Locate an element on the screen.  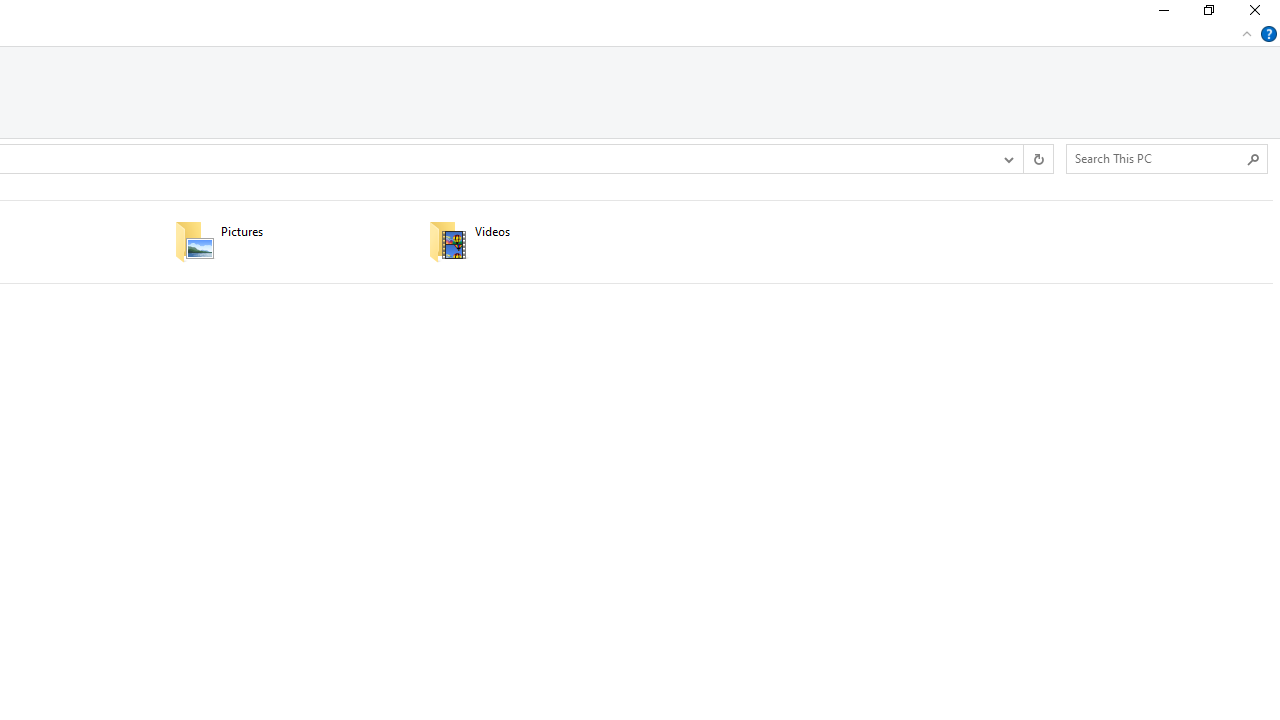
'Refresh "This PC" (F5)' is located at coordinates (1038, 158).